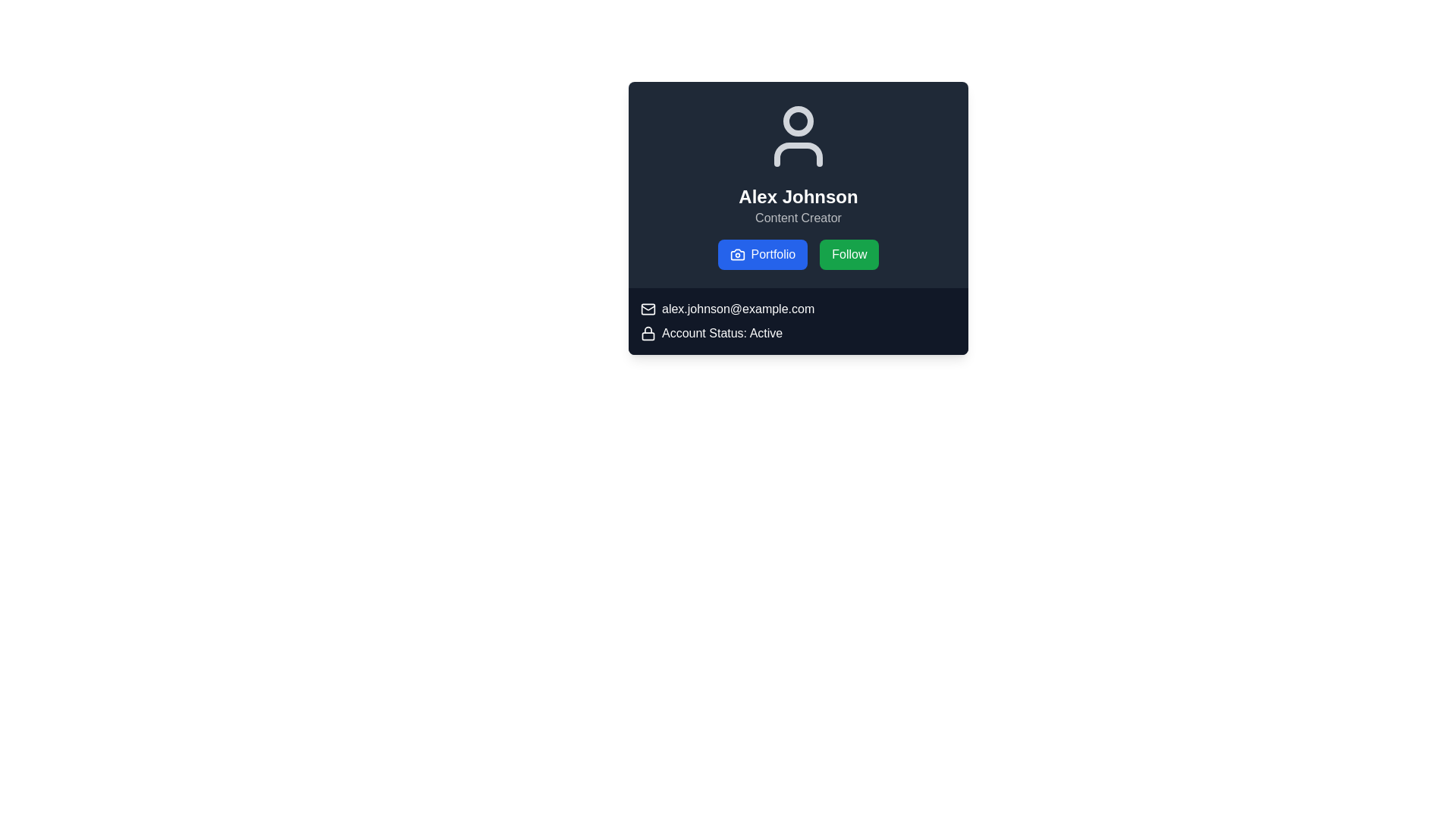  What do you see at coordinates (762, 253) in the screenshot?
I see `the navigation button located in the top half of the profile card` at bounding box center [762, 253].